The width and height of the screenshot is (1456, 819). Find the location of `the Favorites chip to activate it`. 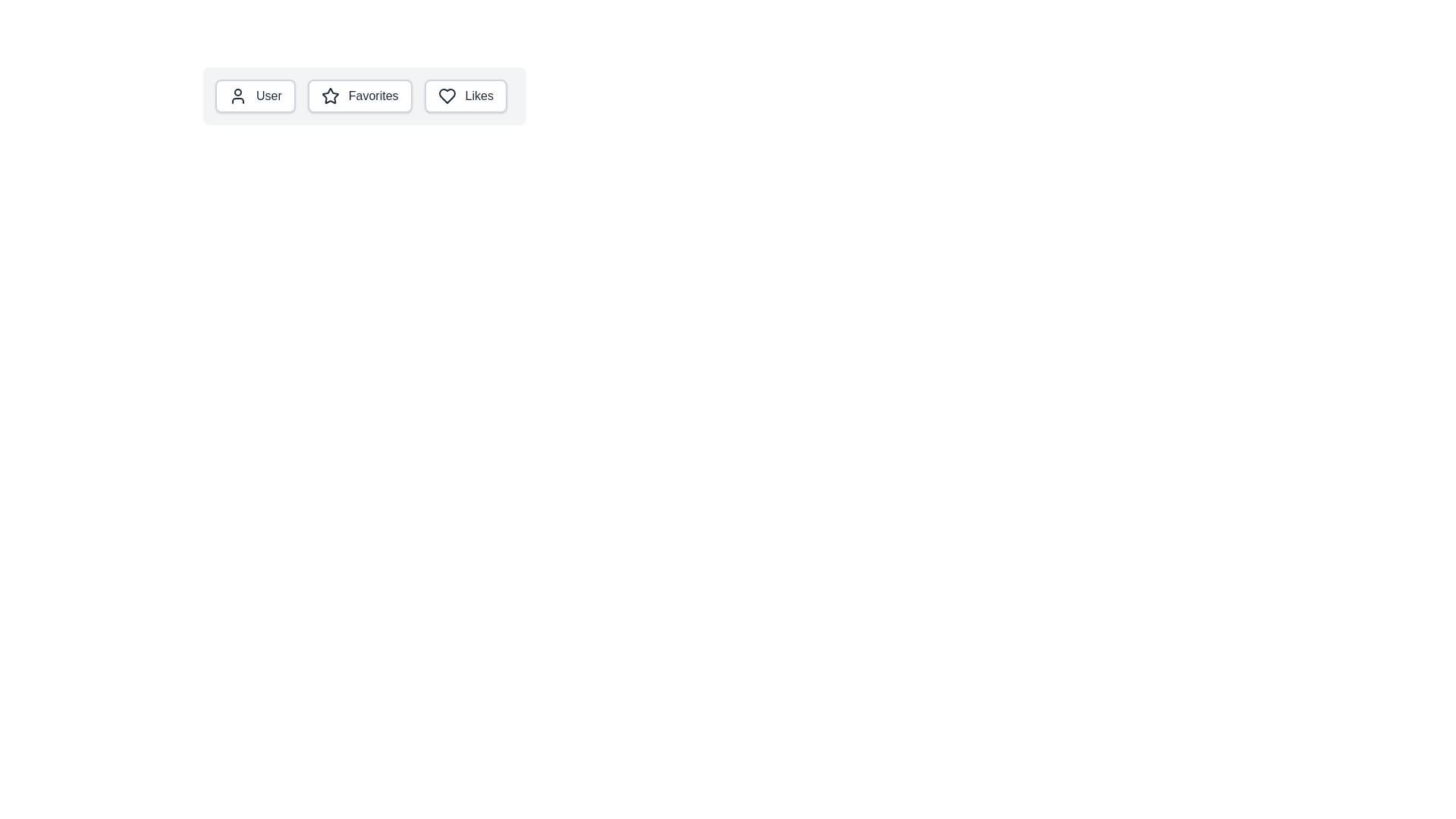

the Favorites chip to activate it is located at coordinates (359, 96).